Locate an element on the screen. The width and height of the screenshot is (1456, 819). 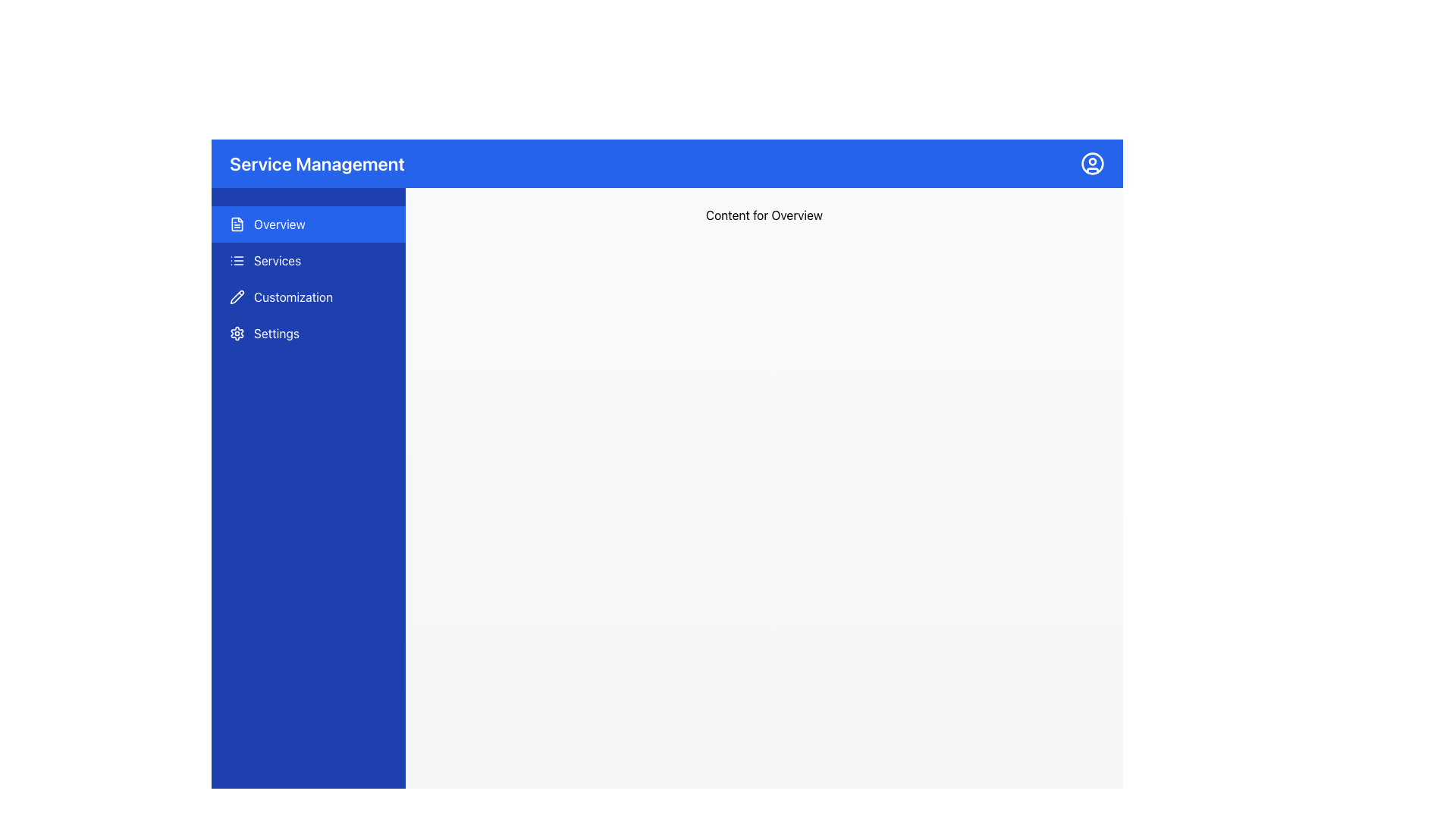
the customization icon located in the navigation bar, specifically the third item in the list, representing editing functionality is located at coordinates (236, 296).